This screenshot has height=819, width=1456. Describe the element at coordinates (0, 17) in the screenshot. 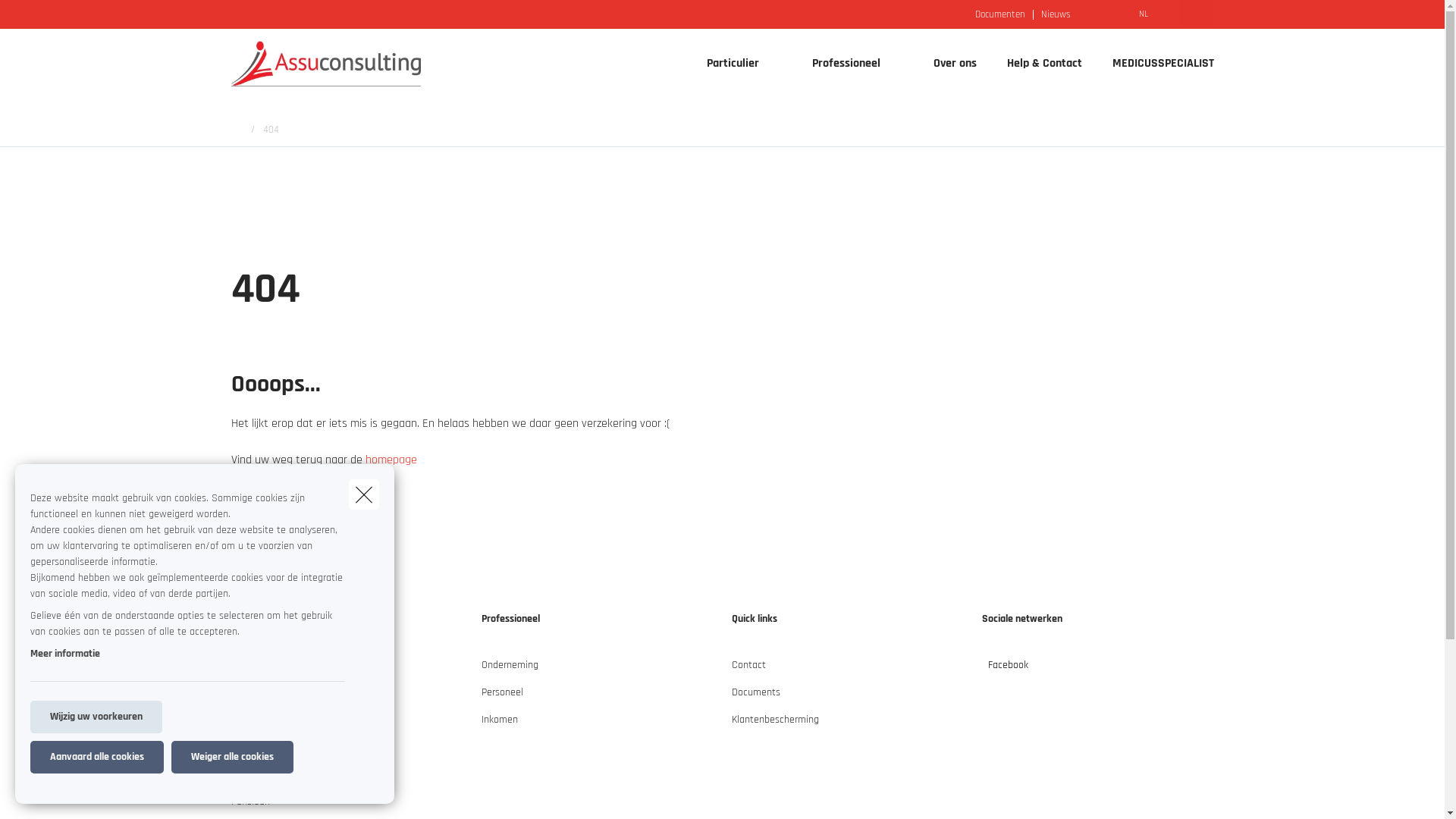

I see `'Zoeken'` at that location.